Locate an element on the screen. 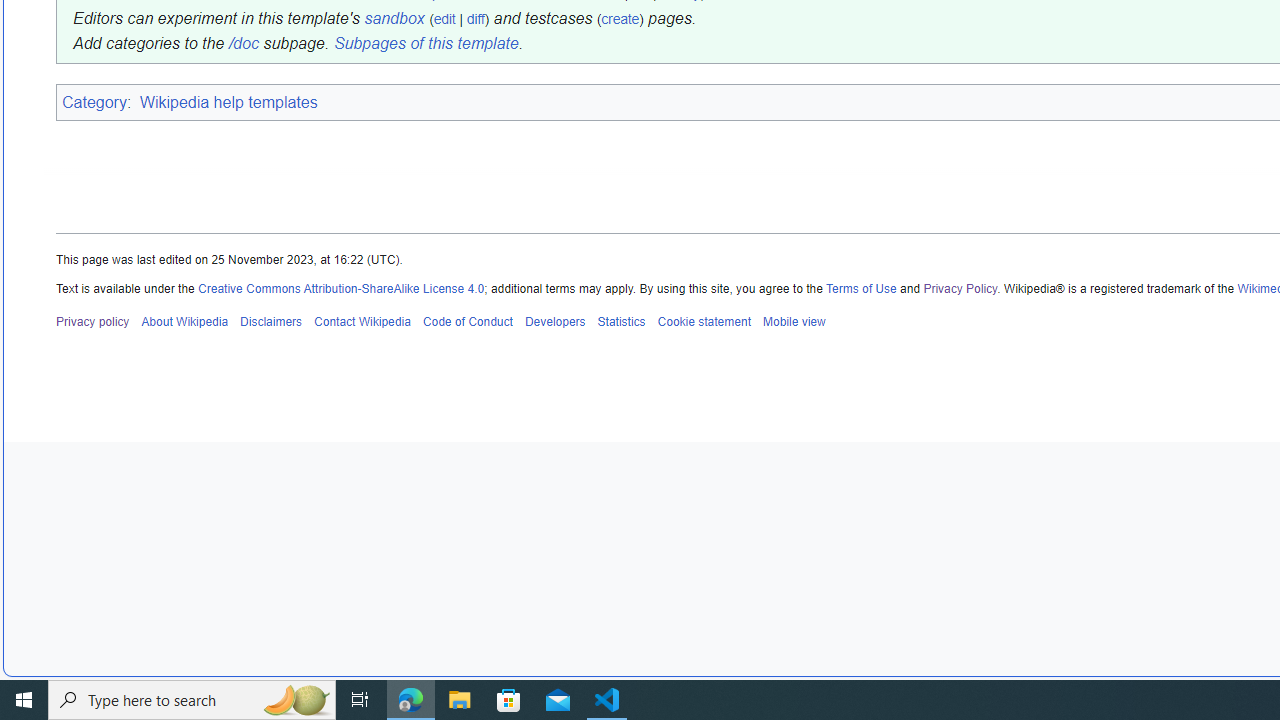 This screenshot has width=1280, height=720. 'sandbox' is located at coordinates (394, 18).